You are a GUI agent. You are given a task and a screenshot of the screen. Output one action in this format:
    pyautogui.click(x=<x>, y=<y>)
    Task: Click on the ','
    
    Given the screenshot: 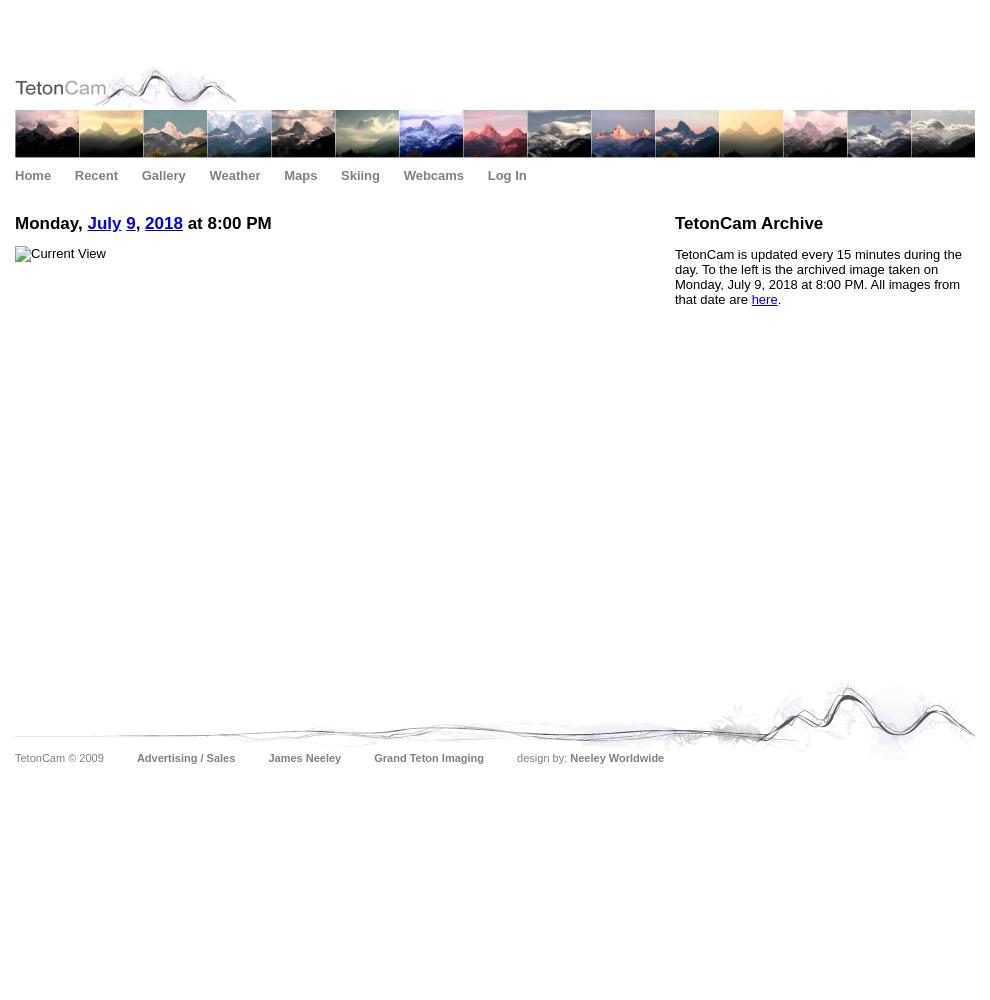 What is the action you would take?
    pyautogui.click(x=138, y=222)
    